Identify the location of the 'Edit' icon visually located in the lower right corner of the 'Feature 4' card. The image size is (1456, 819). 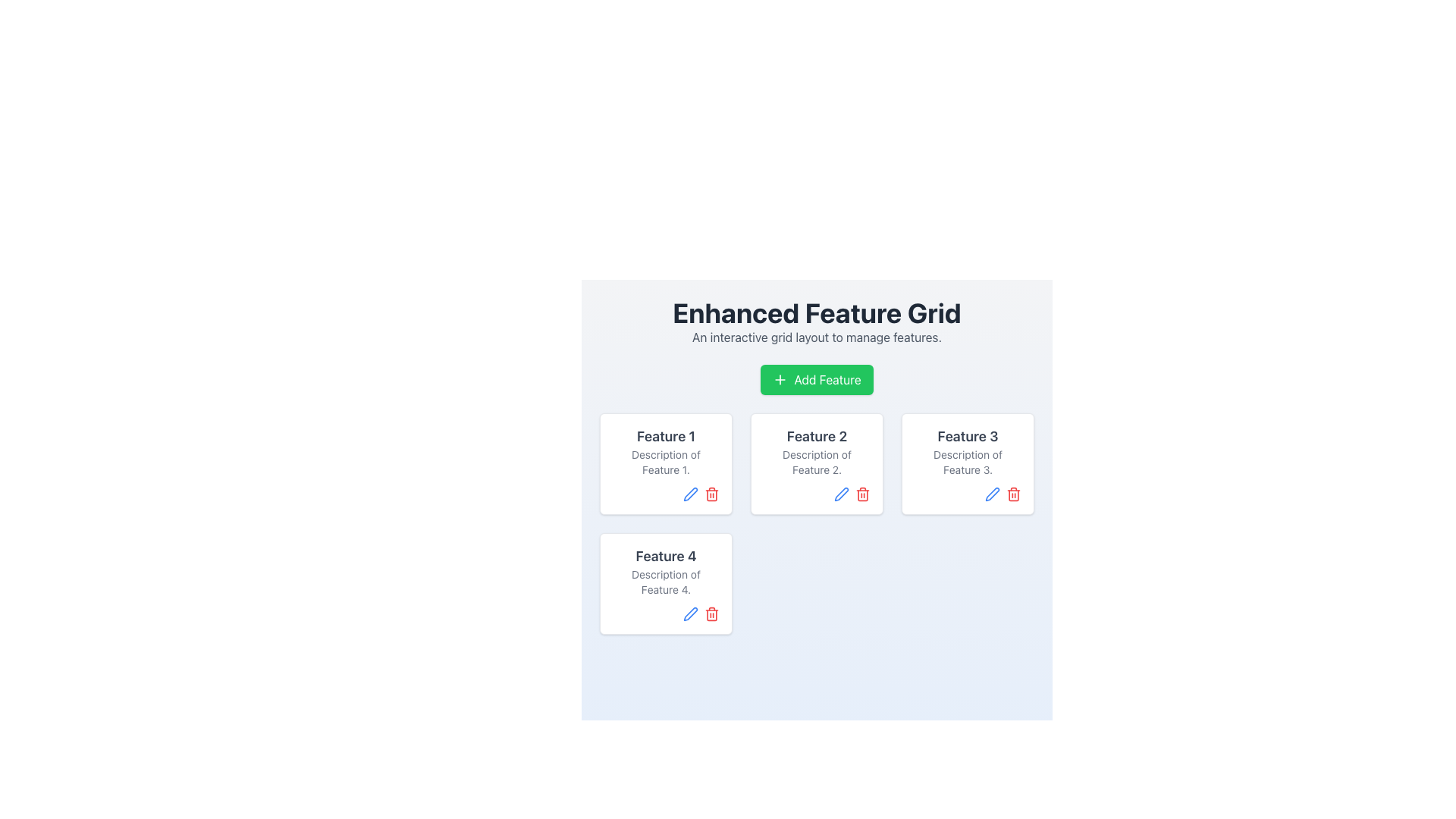
(690, 494).